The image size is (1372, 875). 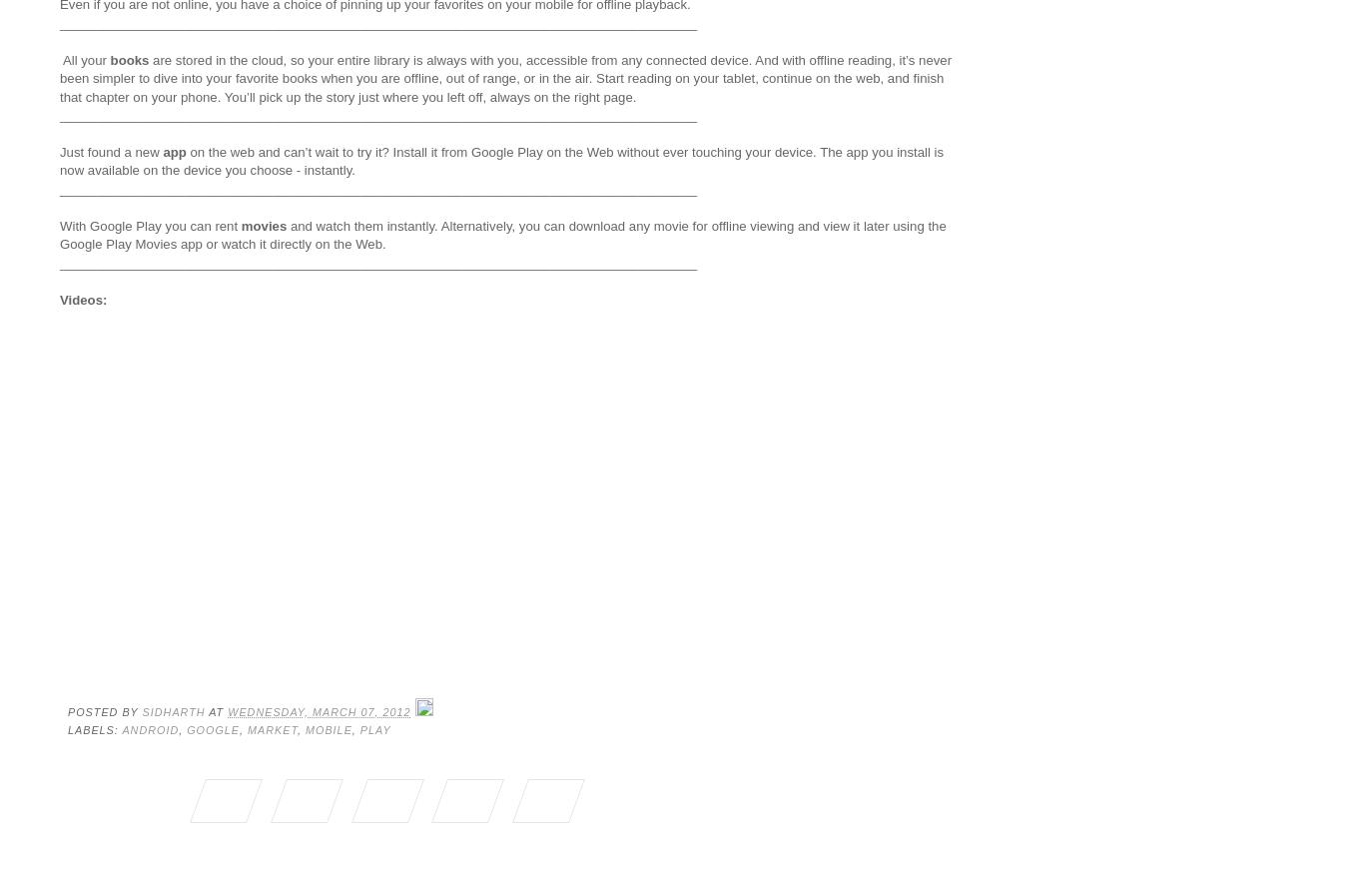 I want to click on 'market', so click(x=272, y=728).